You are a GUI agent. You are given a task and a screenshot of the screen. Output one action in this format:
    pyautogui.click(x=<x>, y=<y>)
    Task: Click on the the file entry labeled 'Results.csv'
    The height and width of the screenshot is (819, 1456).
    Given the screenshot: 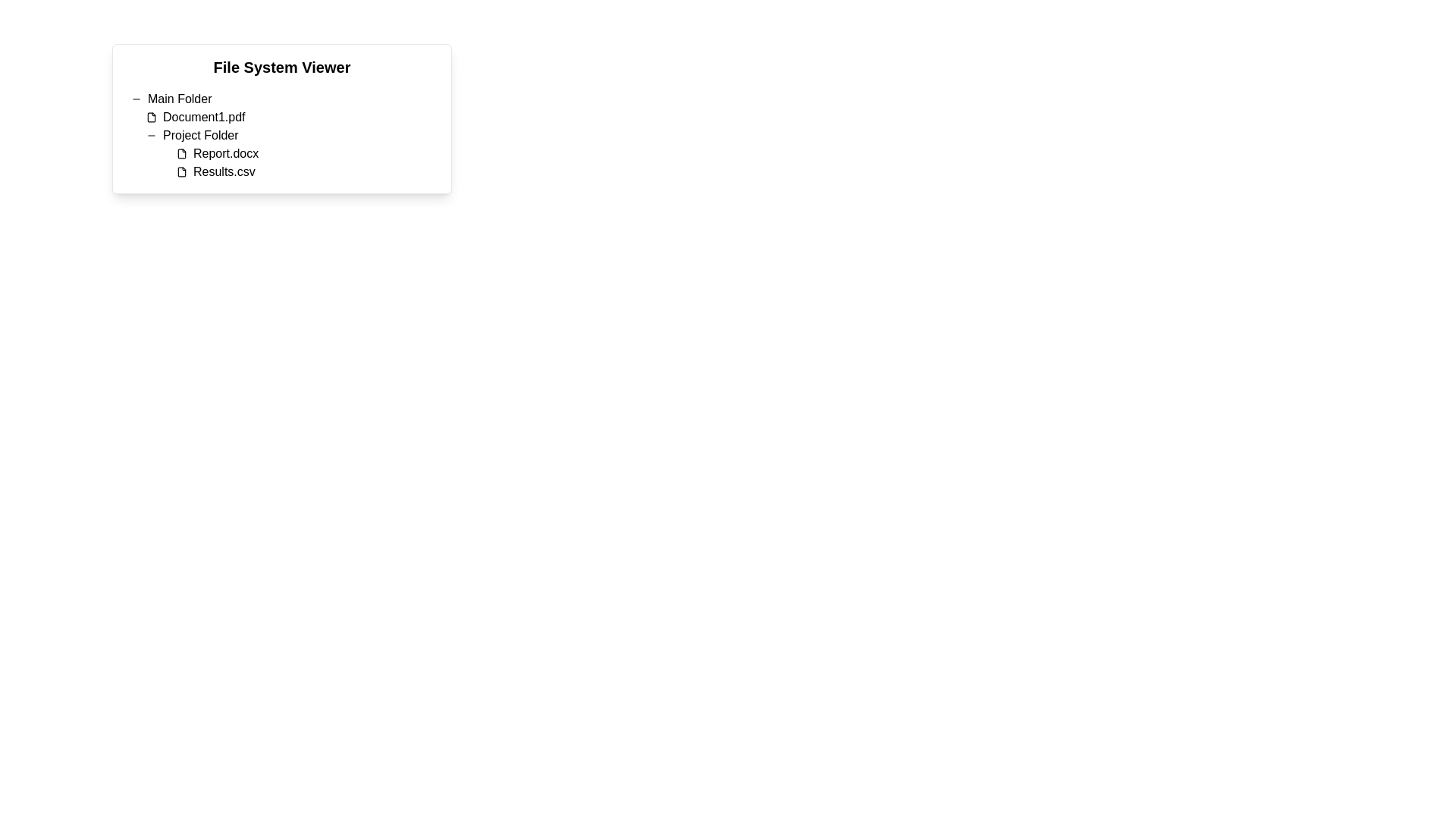 What is the action you would take?
    pyautogui.click(x=304, y=171)
    